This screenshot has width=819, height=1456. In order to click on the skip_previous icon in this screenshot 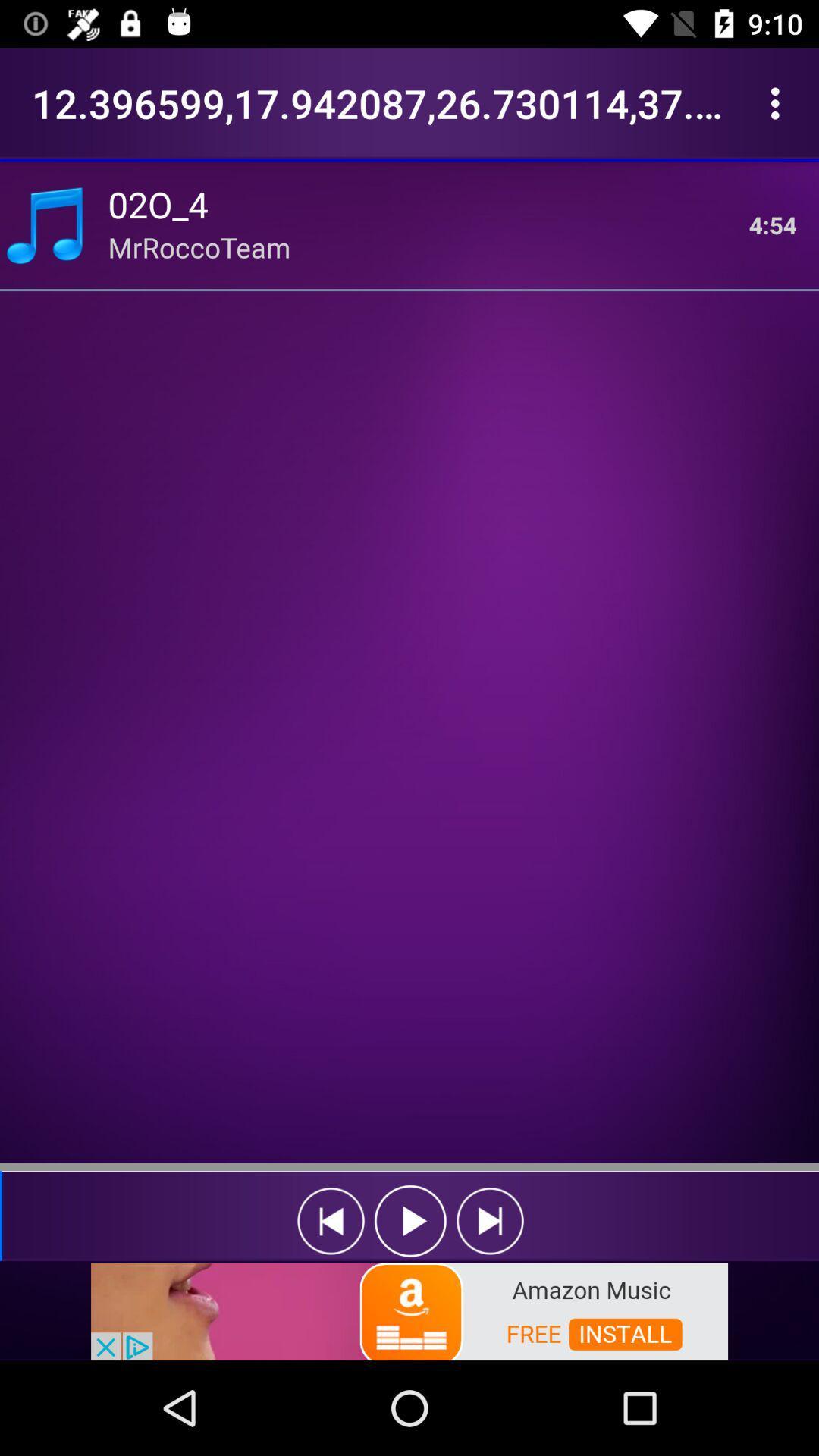, I will do `click(330, 1221)`.